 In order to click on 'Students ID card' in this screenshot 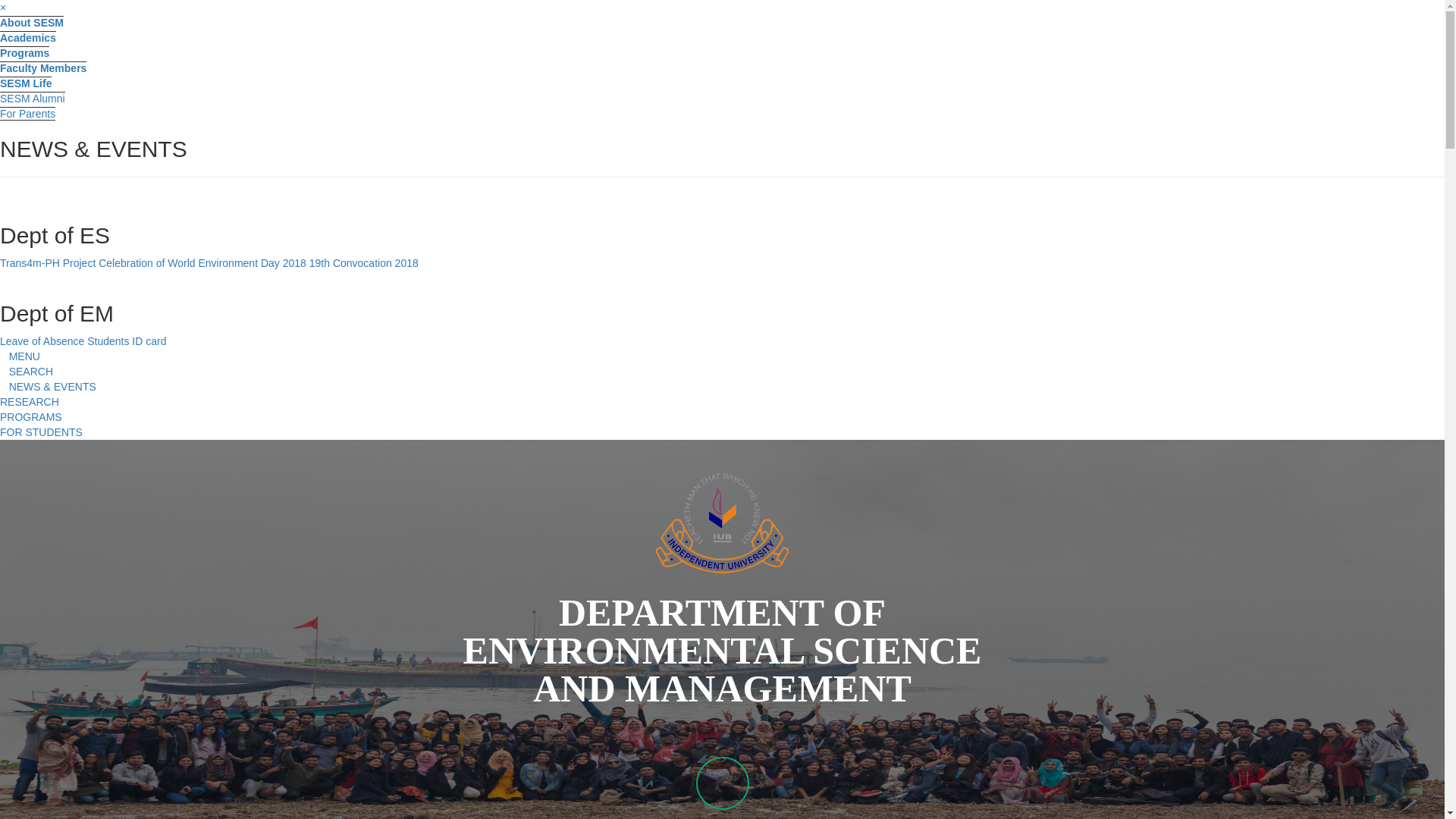, I will do `click(127, 341)`.